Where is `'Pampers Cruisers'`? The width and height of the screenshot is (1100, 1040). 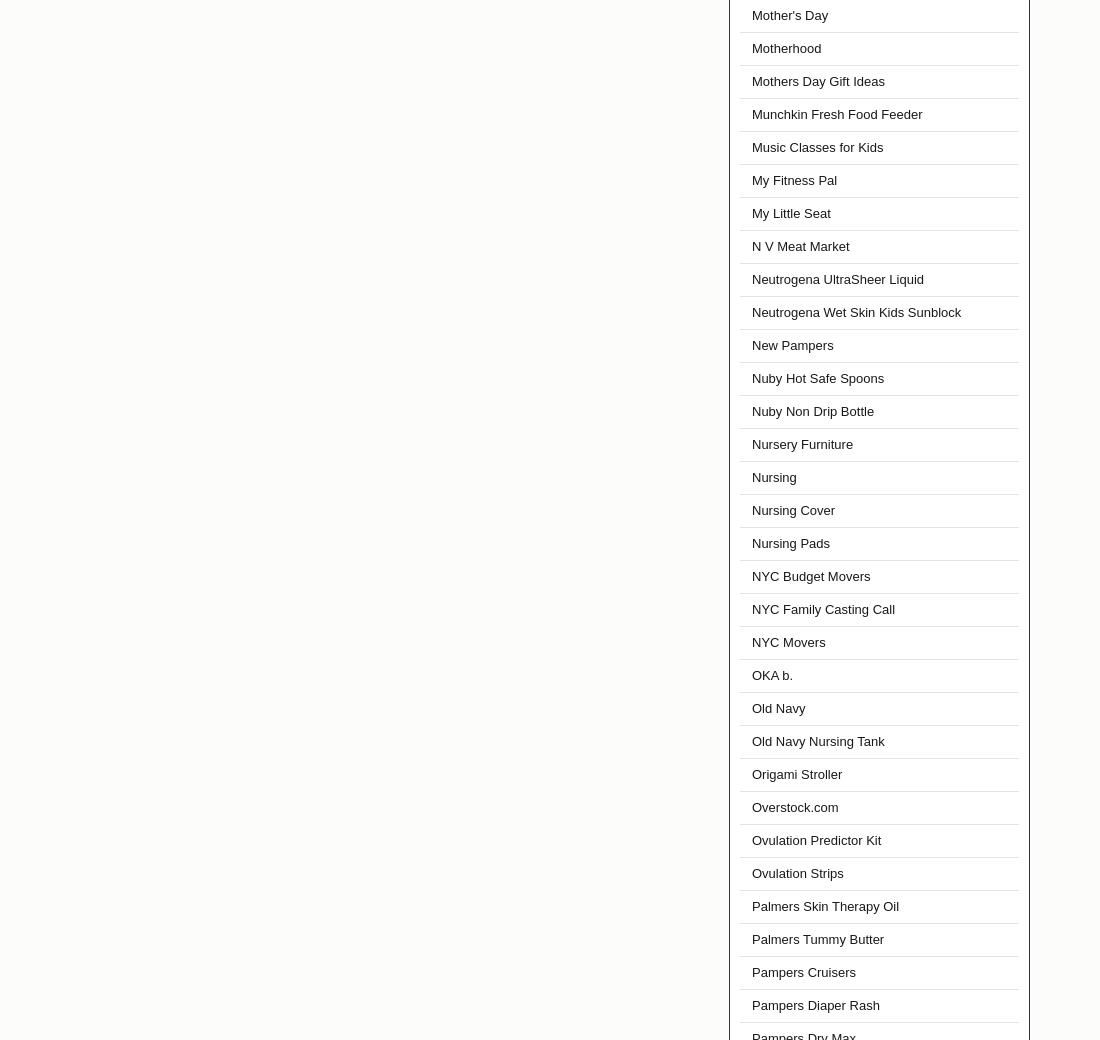
'Pampers Cruisers' is located at coordinates (803, 972).